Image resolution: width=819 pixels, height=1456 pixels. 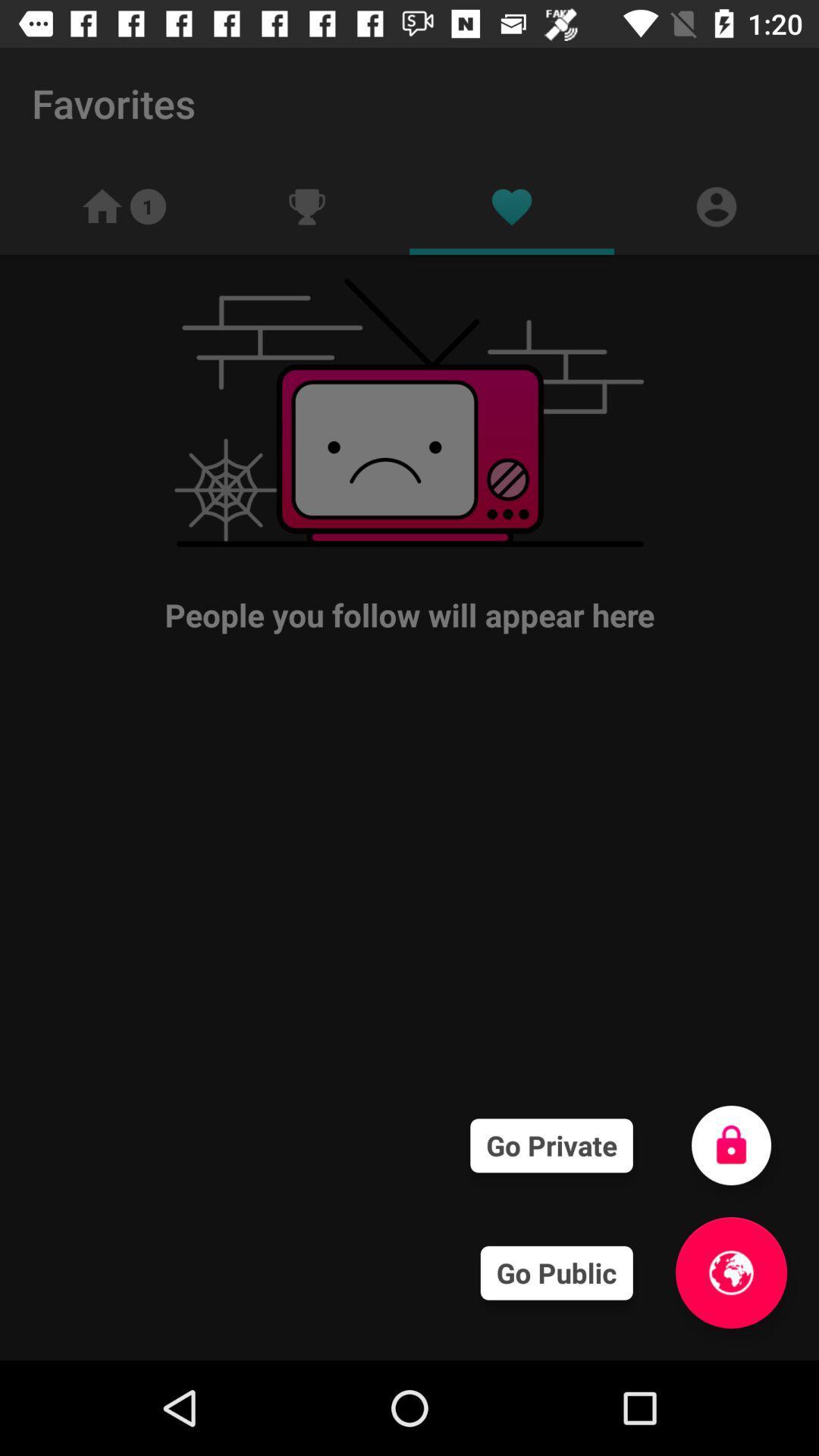 I want to click on the globe icon, so click(x=730, y=1272).